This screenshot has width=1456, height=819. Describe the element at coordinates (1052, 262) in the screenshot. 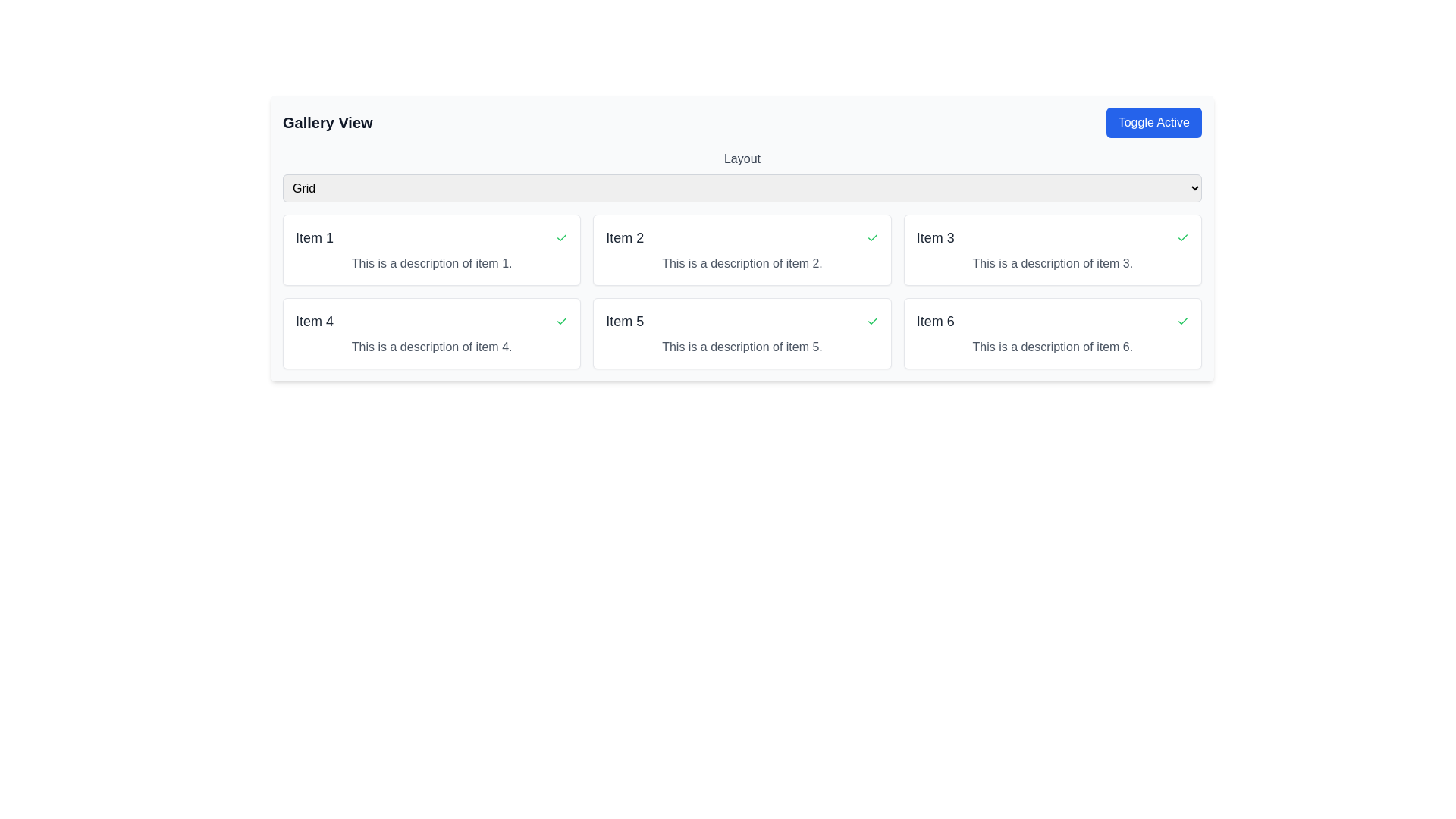

I see `the static text reading 'This is a description of item 3.' which is styled in gray font and located beneath the title 'Item 3' in the third card of a grid layout` at that location.